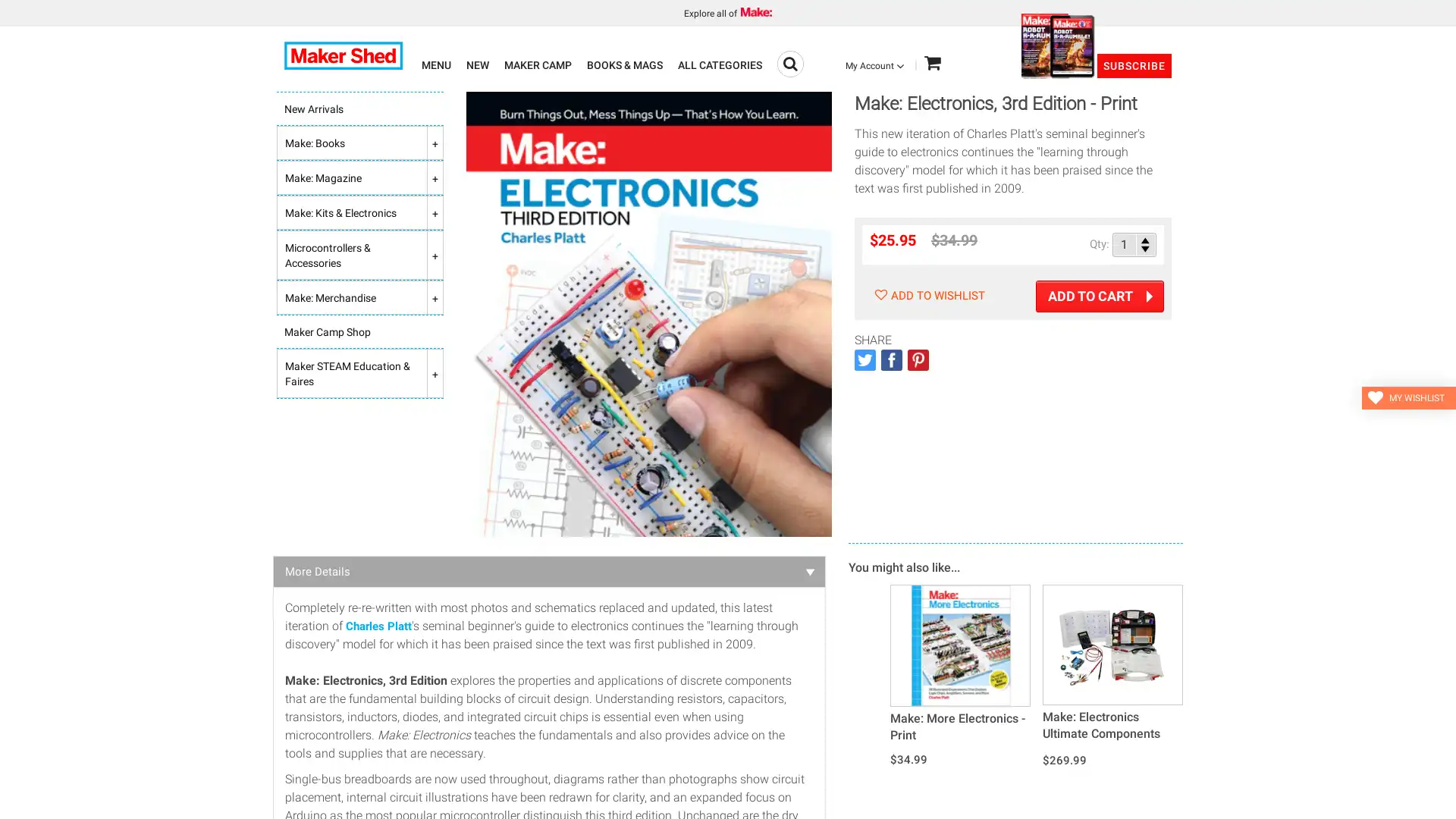 The image size is (1456, 819). What do you see at coordinates (1100, 296) in the screenshot?
I see `Add to Cart` at bounding box center [1100, 296].